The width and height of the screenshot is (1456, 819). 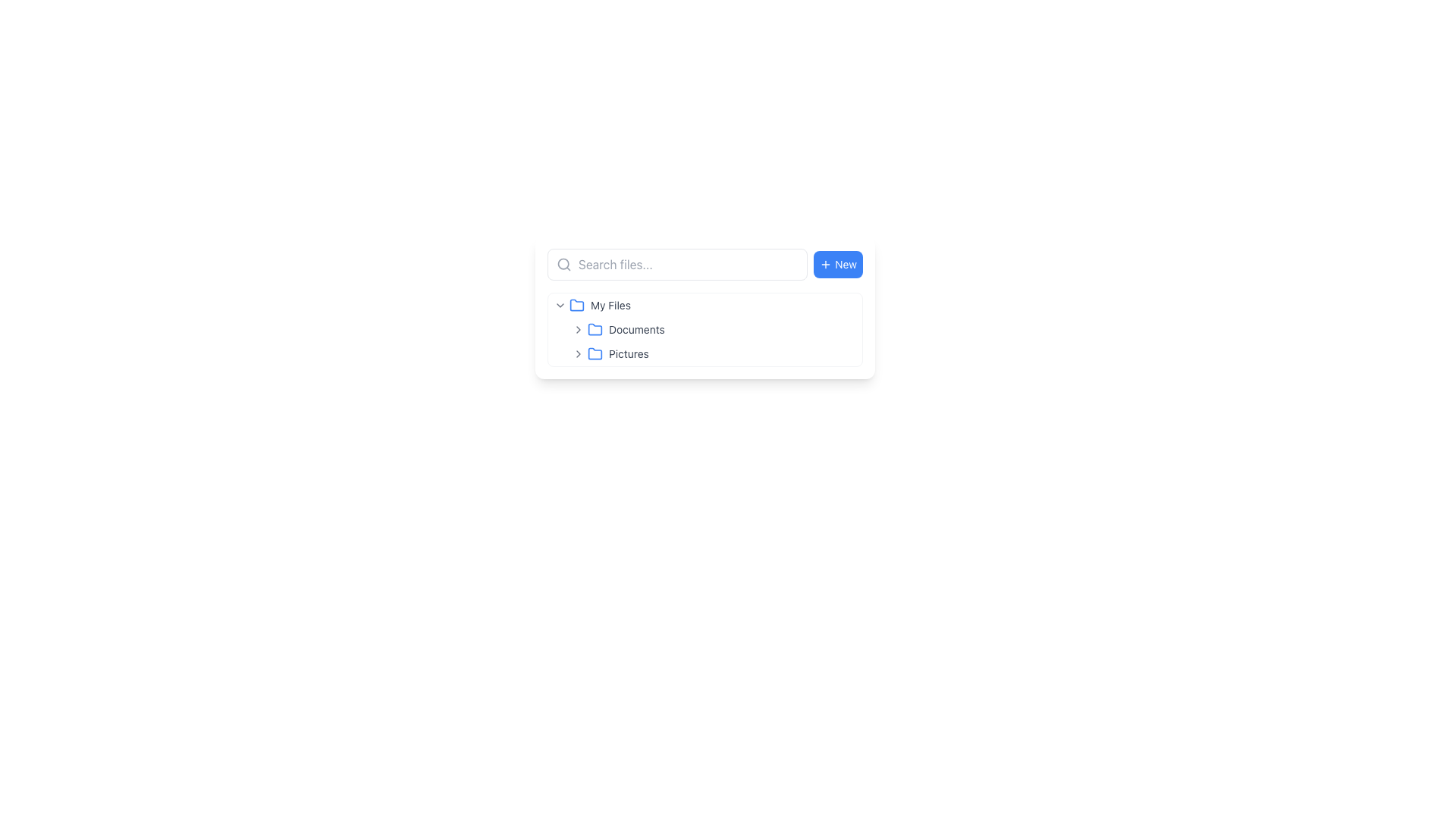 What do you see at coordinates (704, 329) in the screenshot?
I see `the second item in the hierarchical file list, which is an Option item positioned below 'My Files' and above 'Pictures'` at bounding box center [704, 329].